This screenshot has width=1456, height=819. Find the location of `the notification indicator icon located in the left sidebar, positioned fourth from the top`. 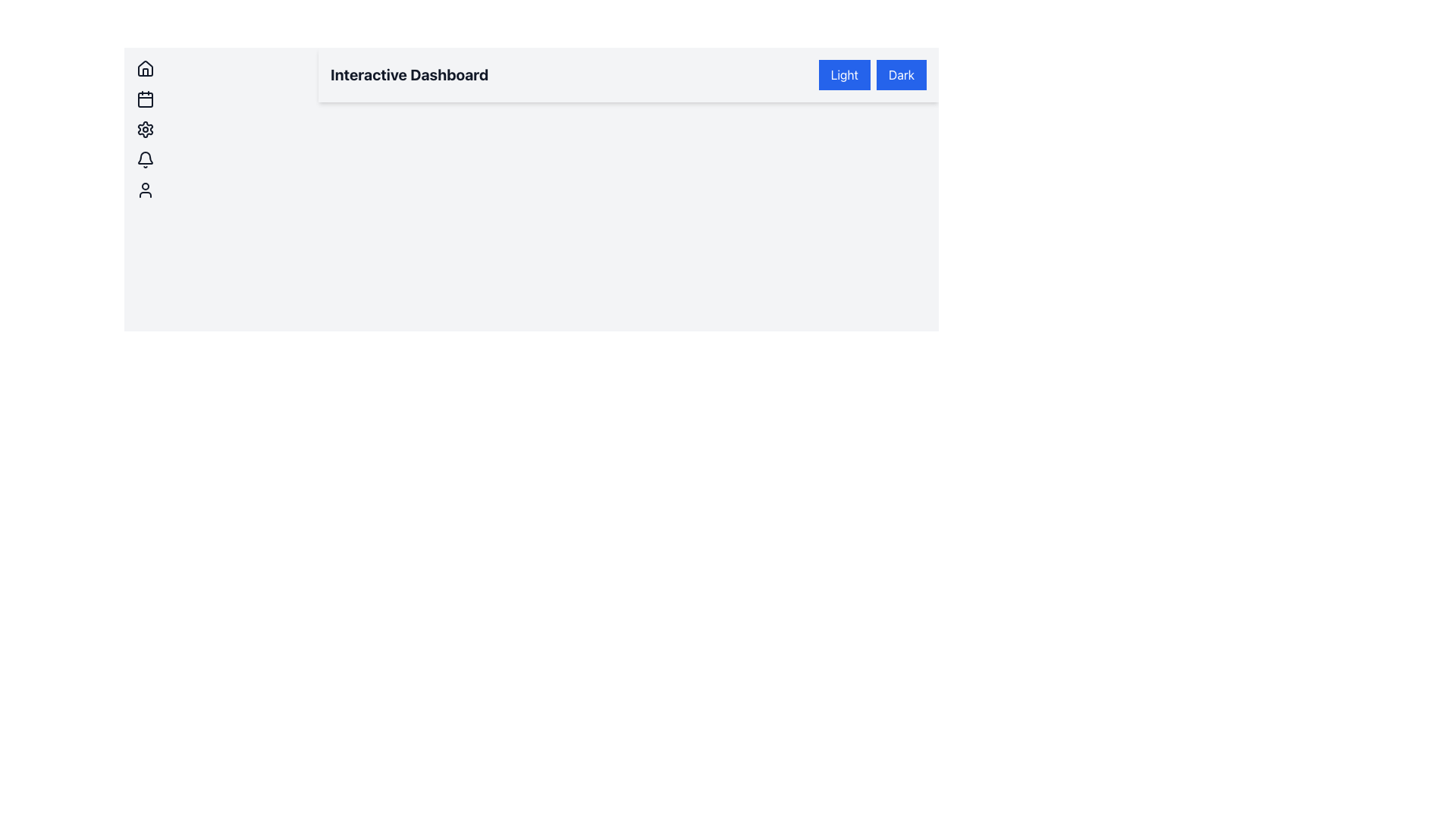

the notification indicator icon located in the left sidebar, positioned fourth from the top is located at coordinates (146, 160).